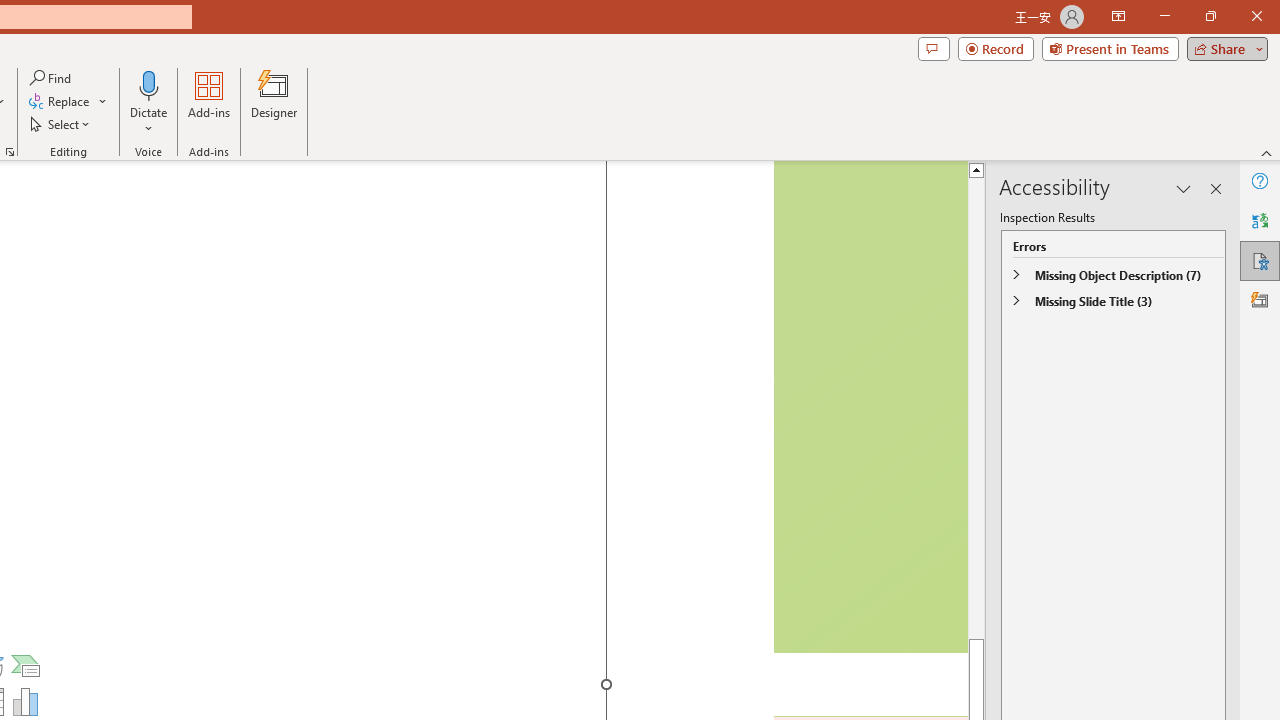 The height and width of the screenshot is (720, 1280). What do you see at coordinates (148, 103) in the screenshot?
I see `'Dictate'` at bounding box center [148, 103].